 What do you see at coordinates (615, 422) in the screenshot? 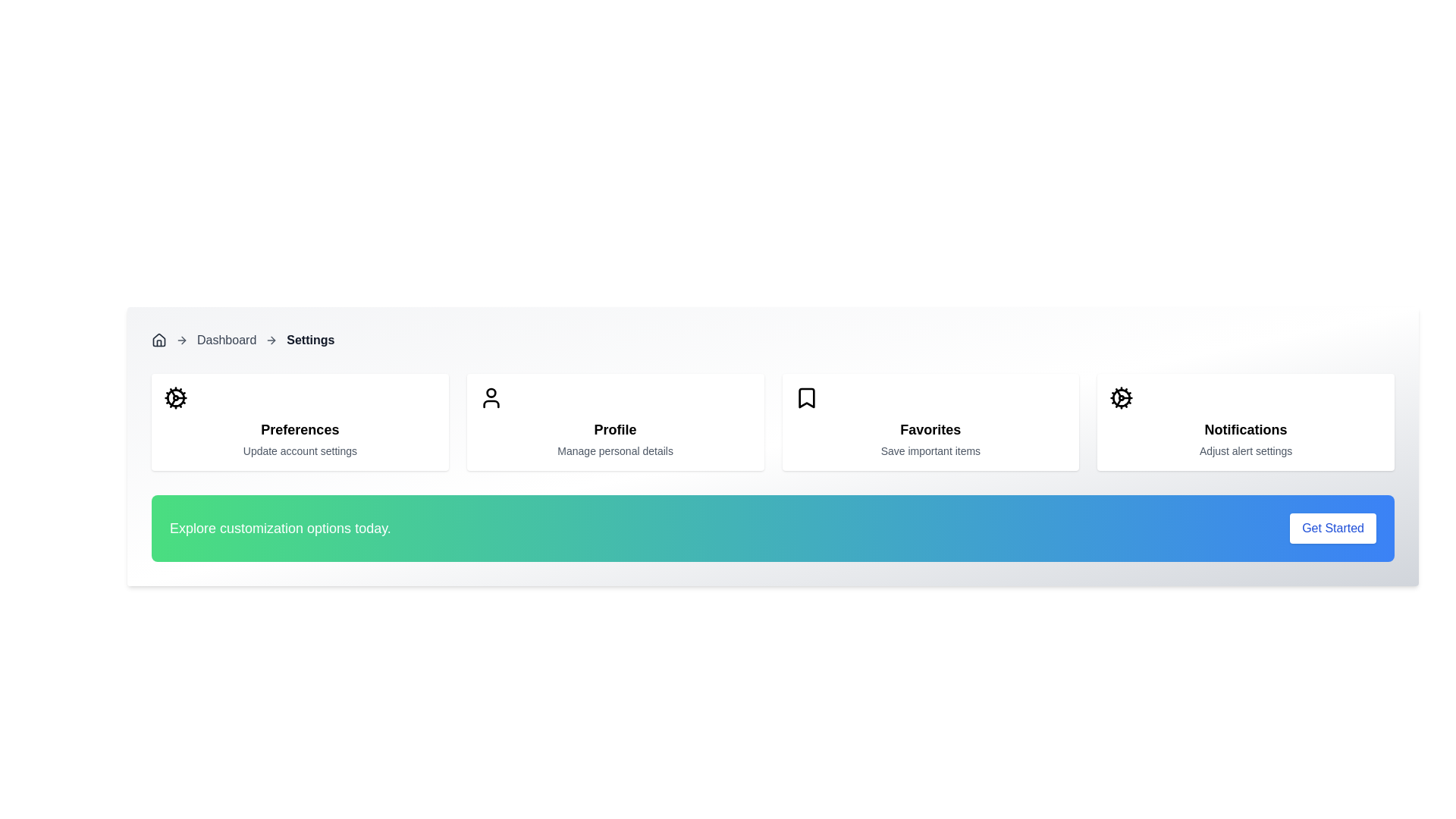
I see `the navigation card that is the second in a linear arrangement of four cards, located between the 'Preferences' and 'Favorites' cards` at bounding box center [615, 422].